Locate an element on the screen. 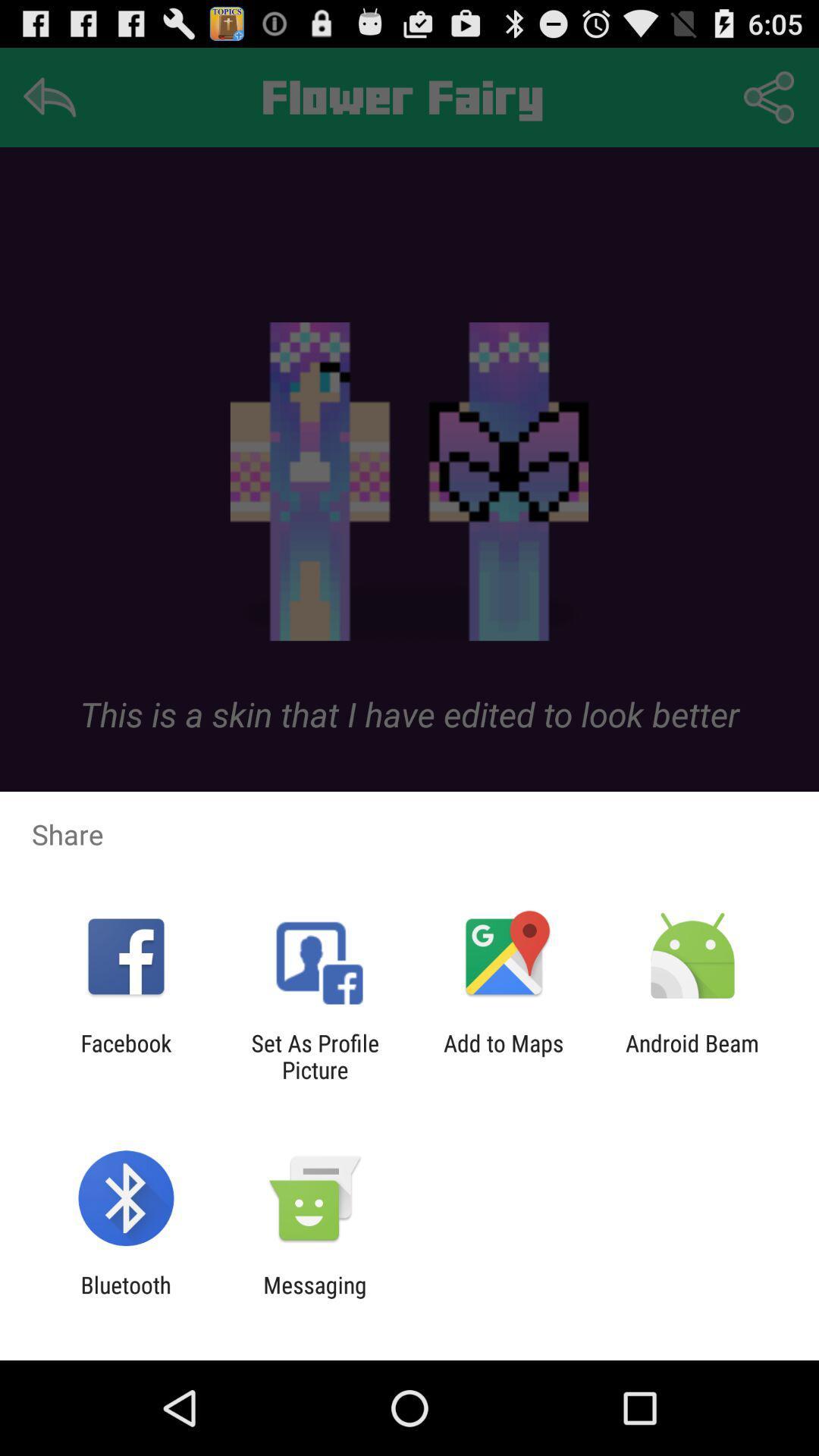 This screenshot has width=819, height=1456. the item to the right of the bluetooth is located at coordinates (314, 1298).